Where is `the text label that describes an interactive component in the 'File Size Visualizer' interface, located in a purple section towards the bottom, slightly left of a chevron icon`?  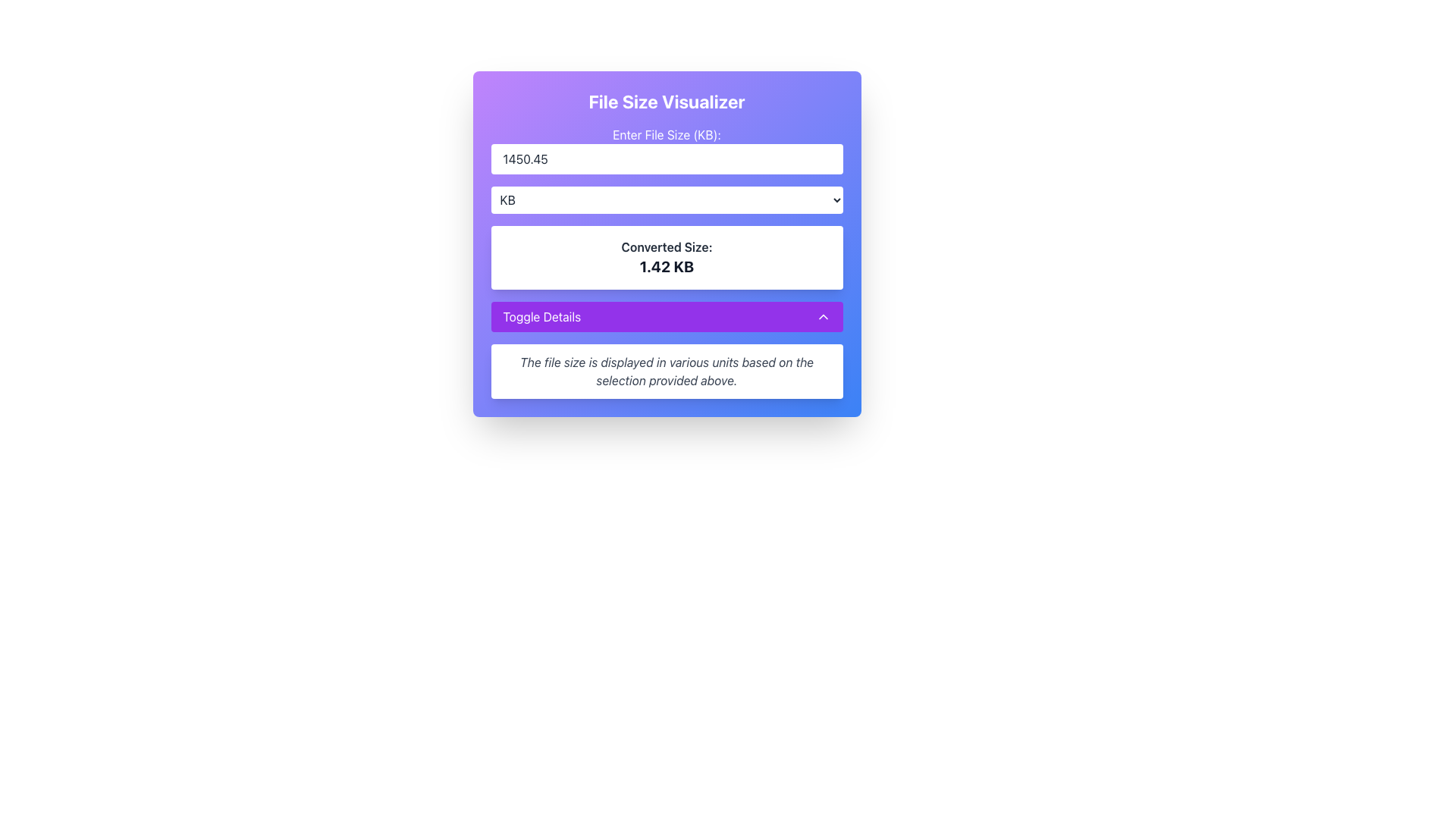
the text label that describes an interactive component in the 'File Size Visualizer' interface, located in a purple section towards the bottom, slightly left of a chevron icon is located at coordinates (541, 315).